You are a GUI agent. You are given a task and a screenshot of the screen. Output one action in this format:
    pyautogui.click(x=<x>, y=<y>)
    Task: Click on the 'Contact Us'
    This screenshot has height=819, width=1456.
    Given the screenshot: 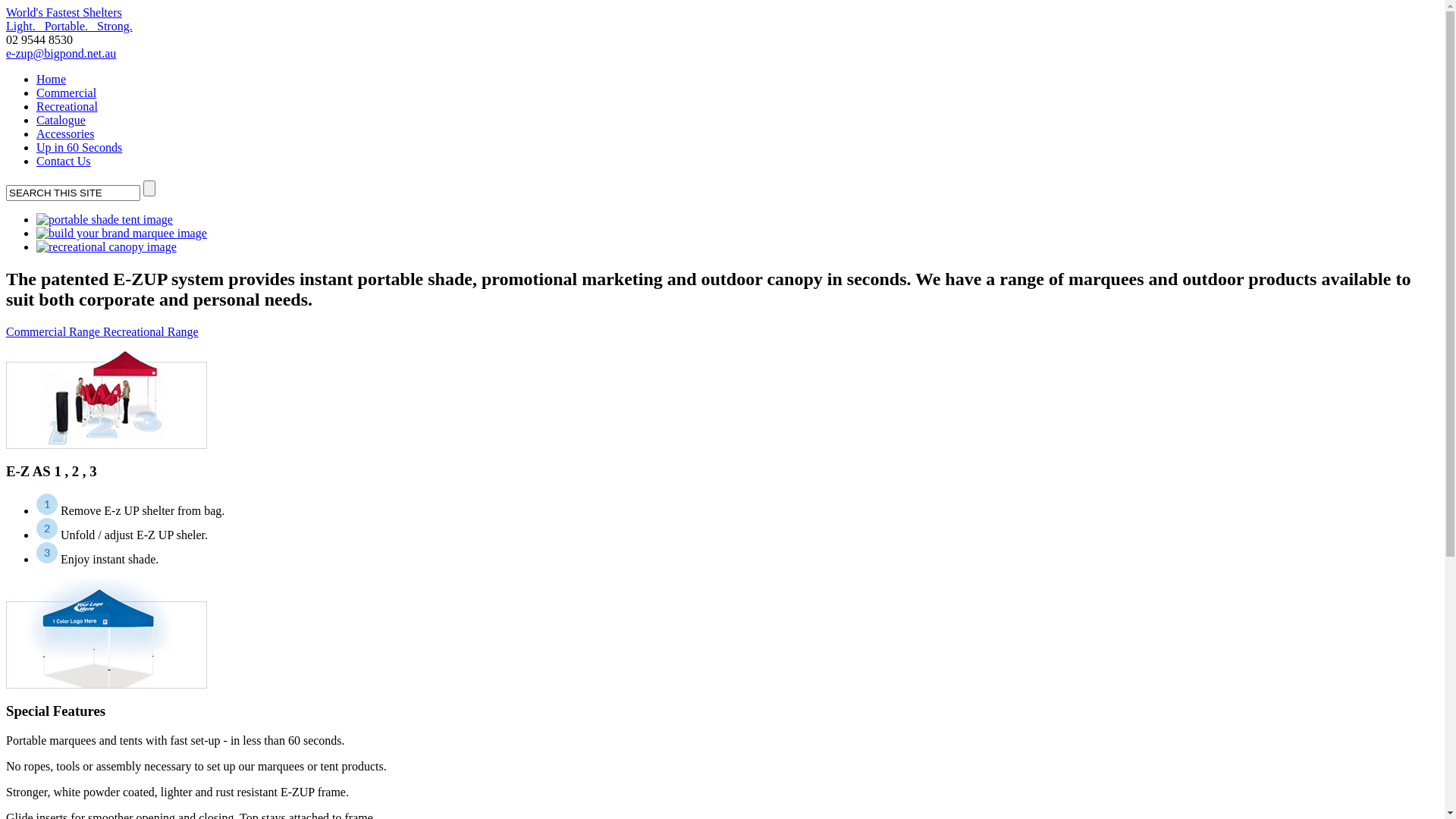 What is the action you would take?
    pyautogui.click(x=62, y=161)
    